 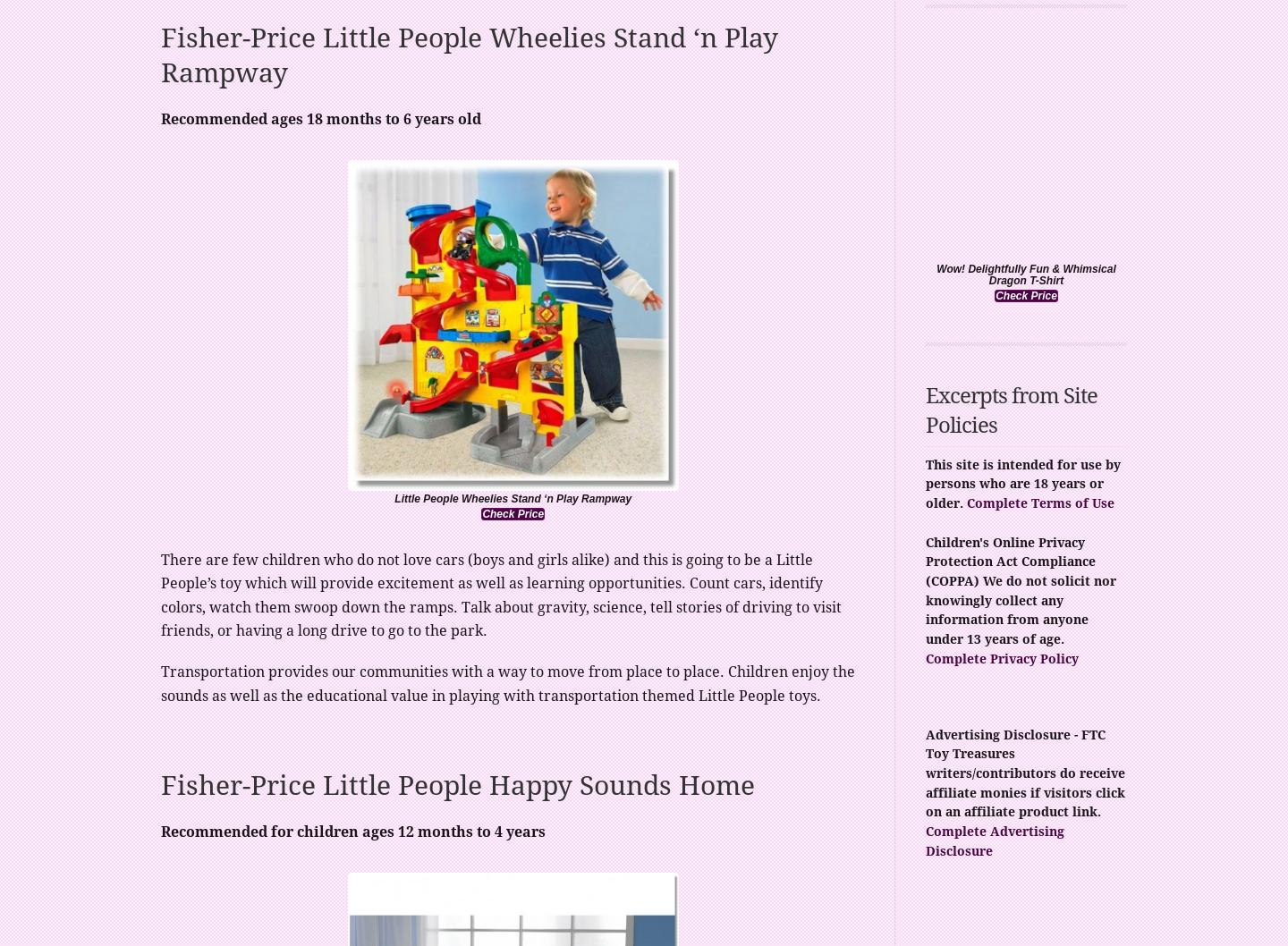 I want to click on 'There are few children who do not love cars (boys and girls alike) and this is going to be a Little People’s toy which will provide excitement as well as learning opportunities.  Count cars, identify colors, watch them swoop down the ramps.  Talk about gravity, science, tell stories of driving to visit friends, or having a long drive to go to the park.', so click(x=501, y=594).